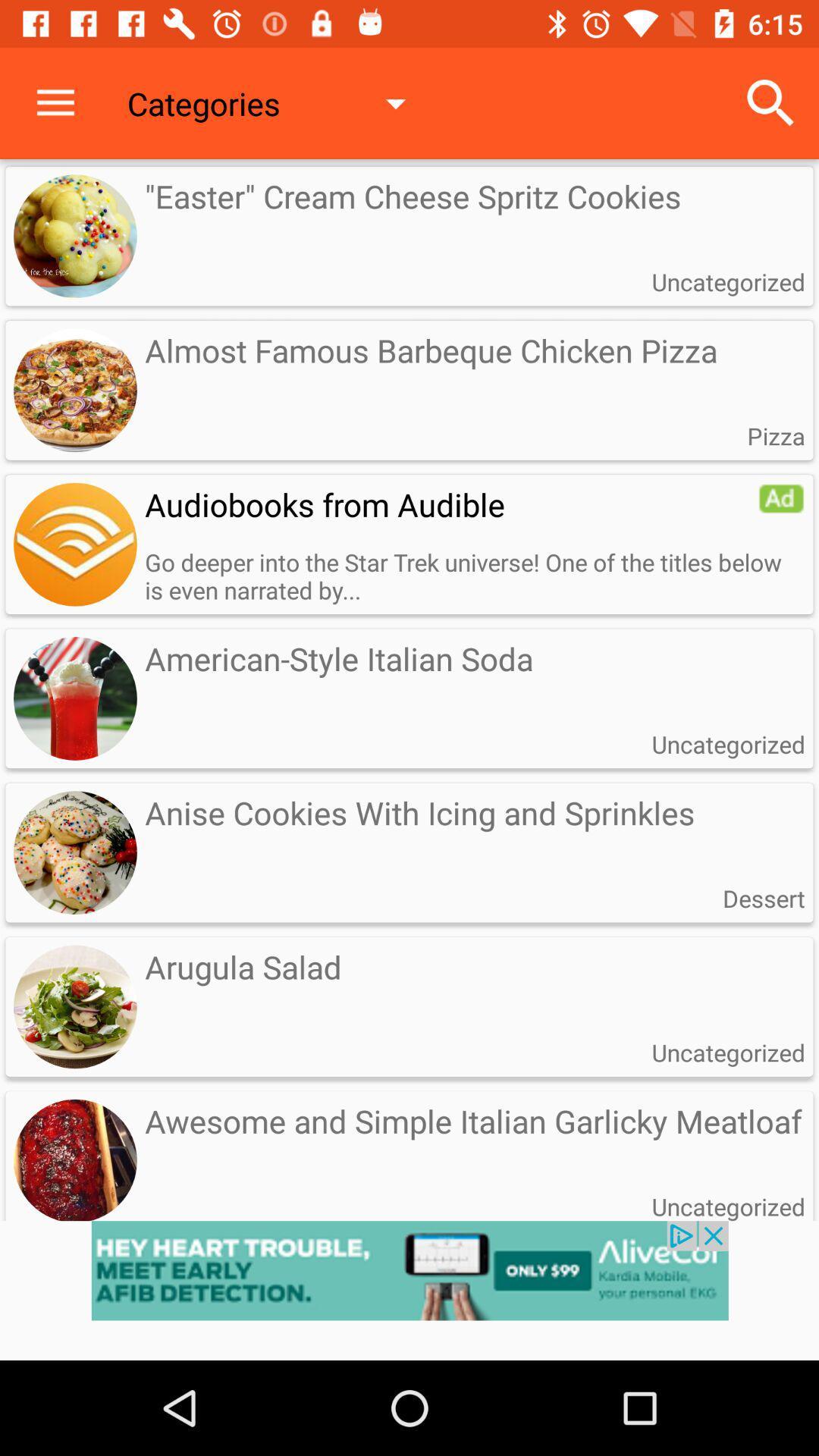 The height and width of the screenshot is (1456, 819). Describe the element at coordinates (75, 544) in the screenshot. I see `app of the audiobooks` at that location.